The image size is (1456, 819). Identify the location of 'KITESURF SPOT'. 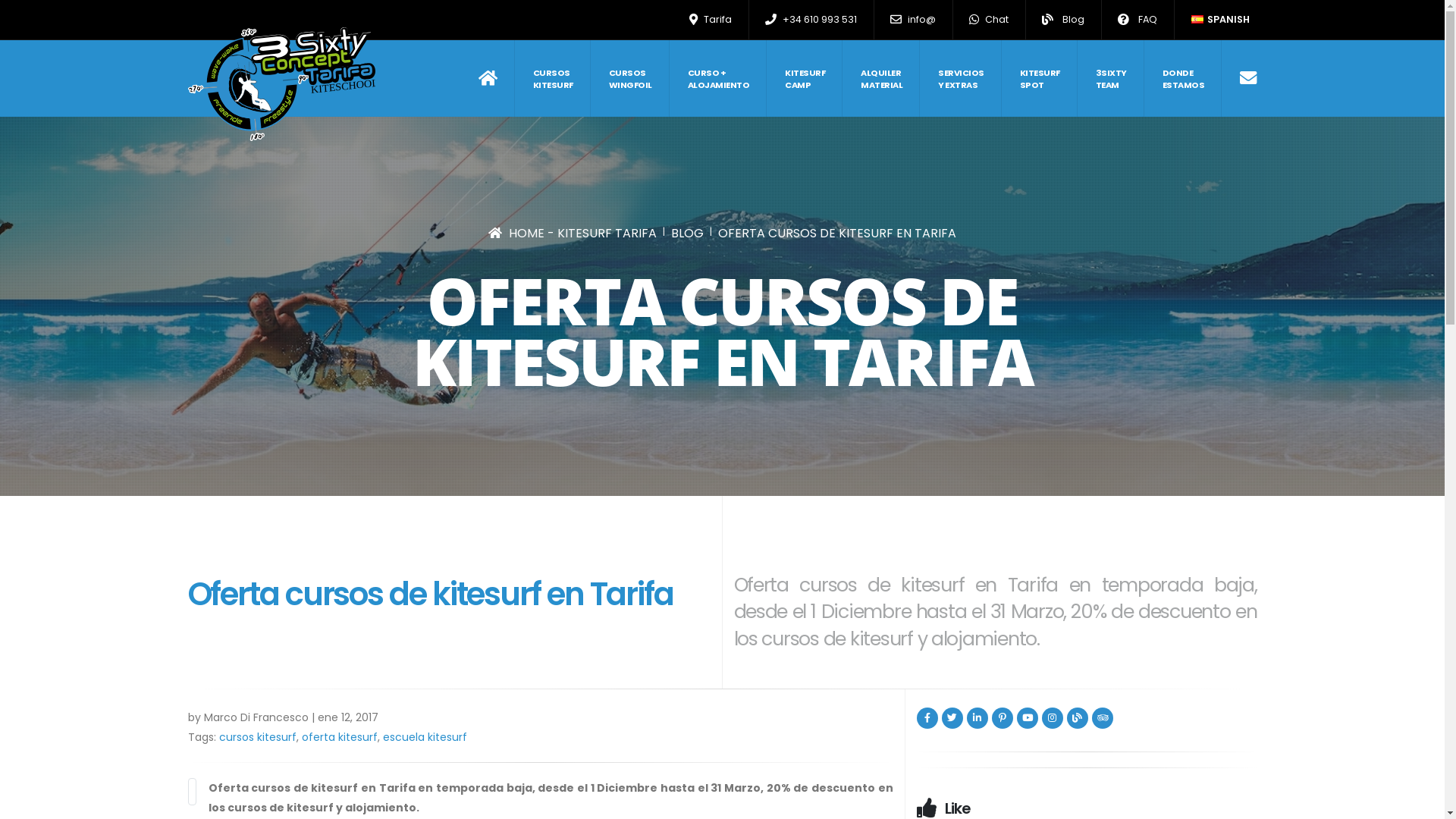
(1039, 78).